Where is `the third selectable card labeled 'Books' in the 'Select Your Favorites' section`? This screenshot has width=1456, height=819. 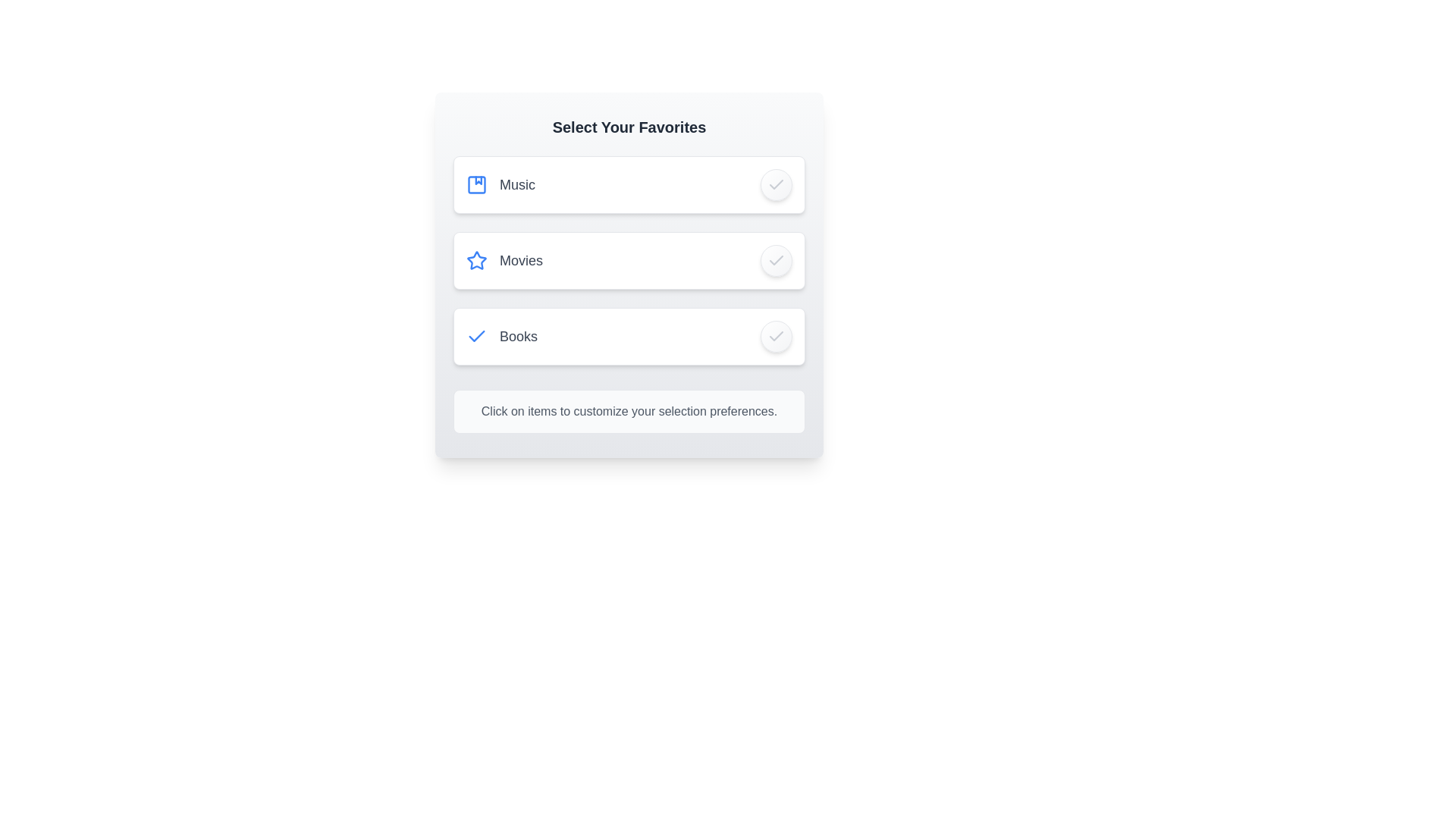 the third selectable card labeled 'Books' in the 'Select Your Favorites' section is located at coordinates (629, 335).